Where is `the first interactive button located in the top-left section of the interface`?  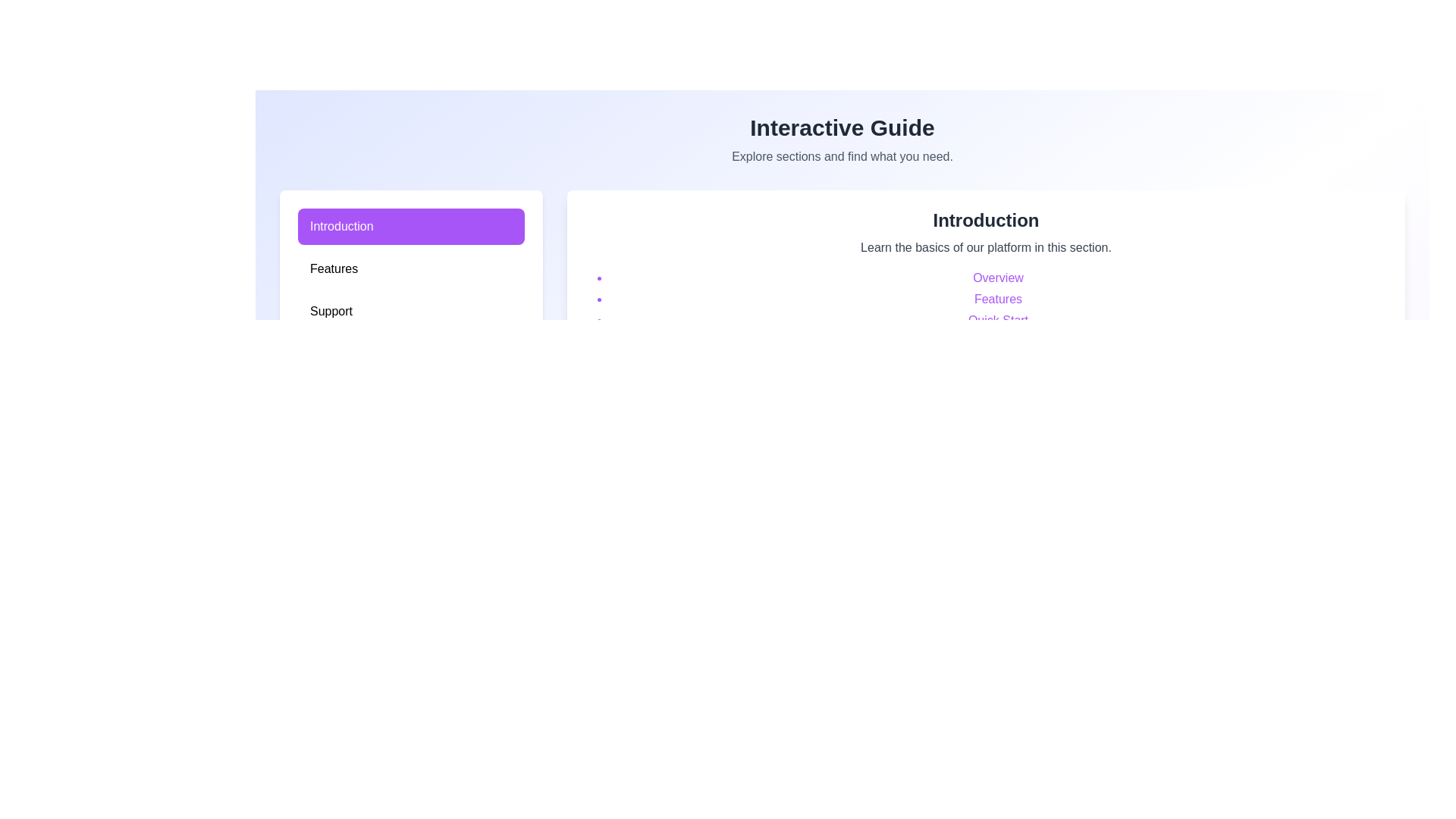
the first interactive button located in the top-left section of the interface is located at coordinates (411, 227).